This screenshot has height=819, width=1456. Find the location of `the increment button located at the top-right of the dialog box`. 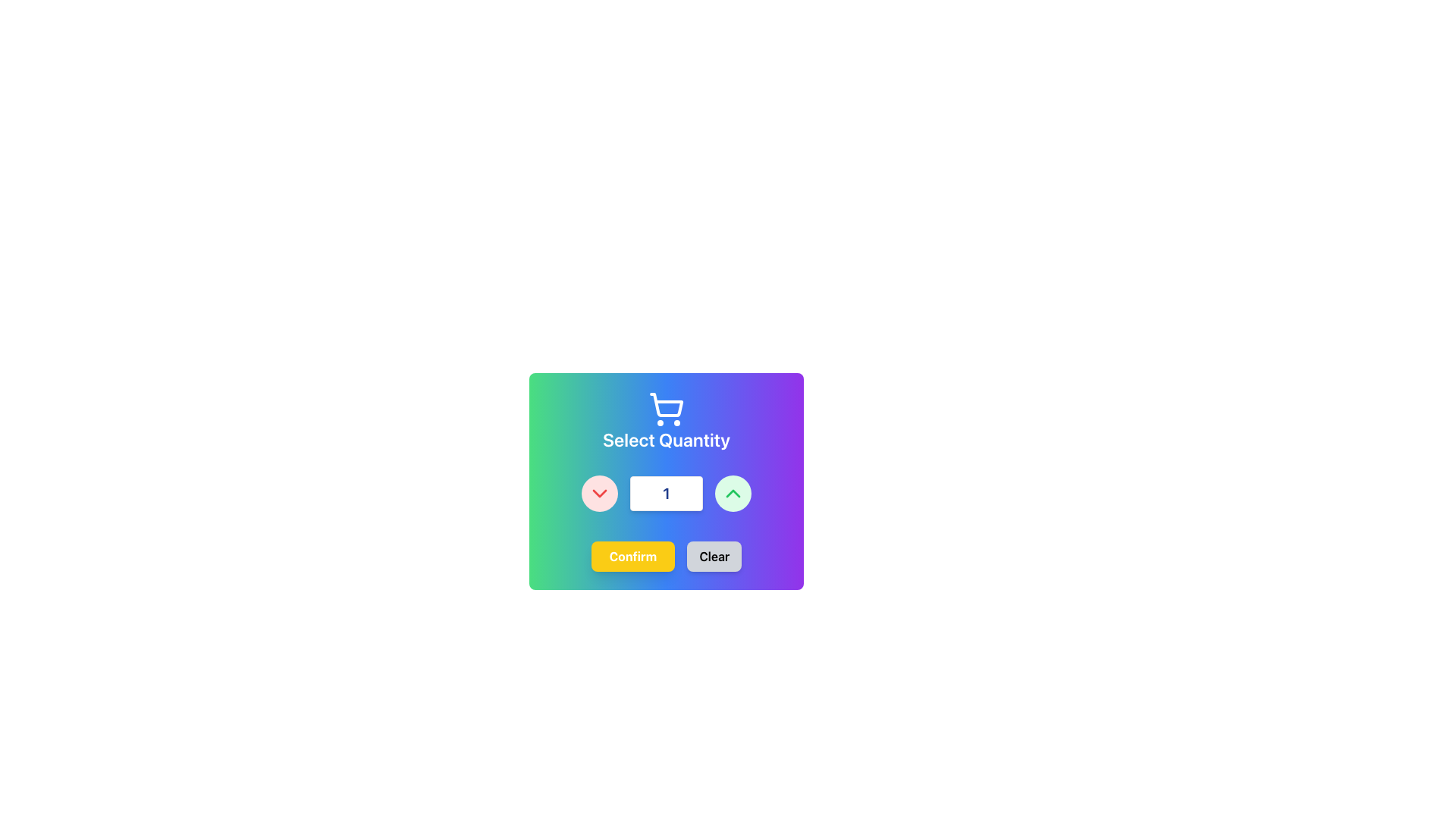

the increment button located at the top-right of the dialog box is located at coordinates (733, 494).